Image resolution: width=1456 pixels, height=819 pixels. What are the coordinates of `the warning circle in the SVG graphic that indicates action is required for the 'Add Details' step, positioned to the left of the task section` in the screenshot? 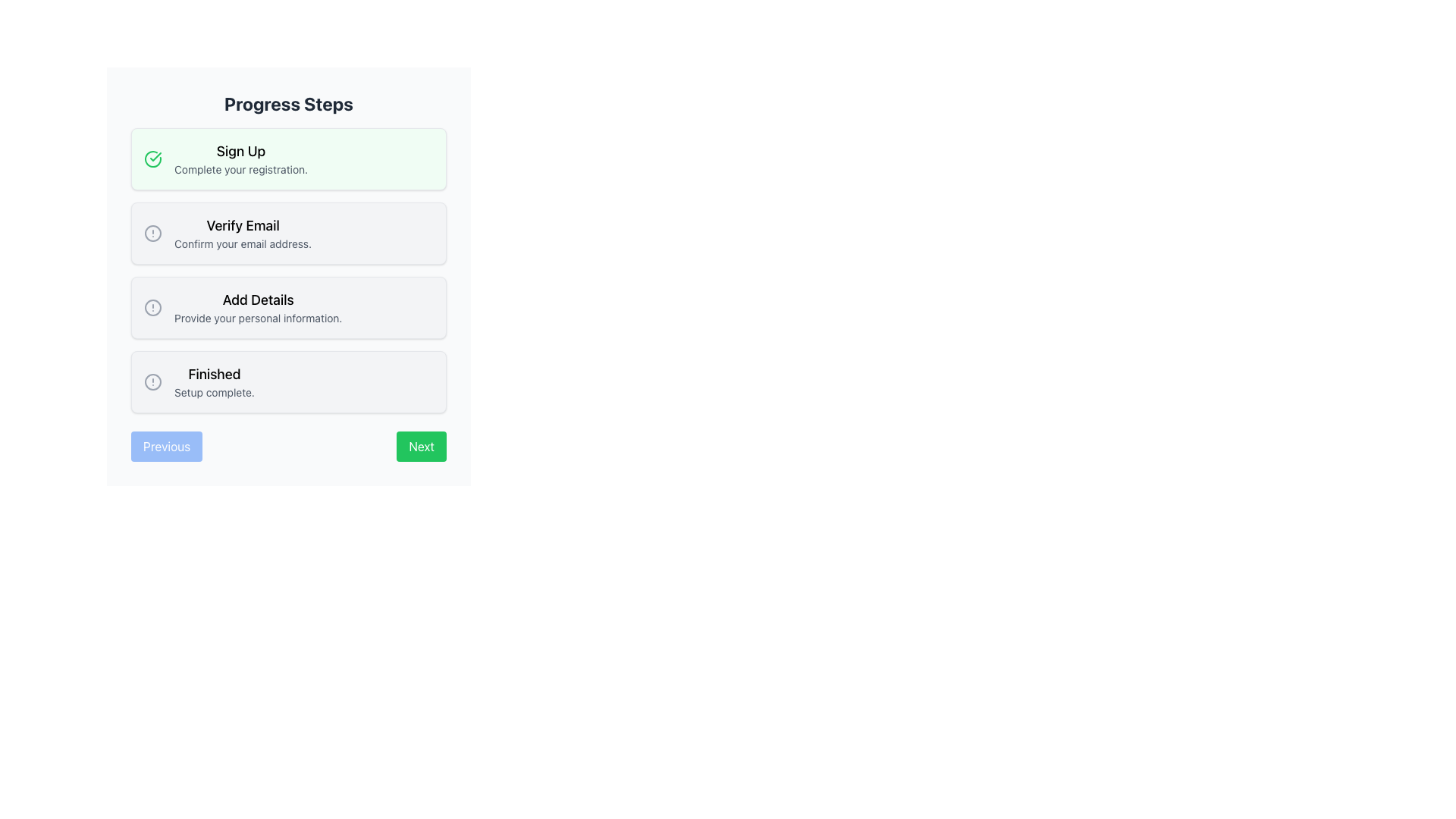 It's located at (152, 307).